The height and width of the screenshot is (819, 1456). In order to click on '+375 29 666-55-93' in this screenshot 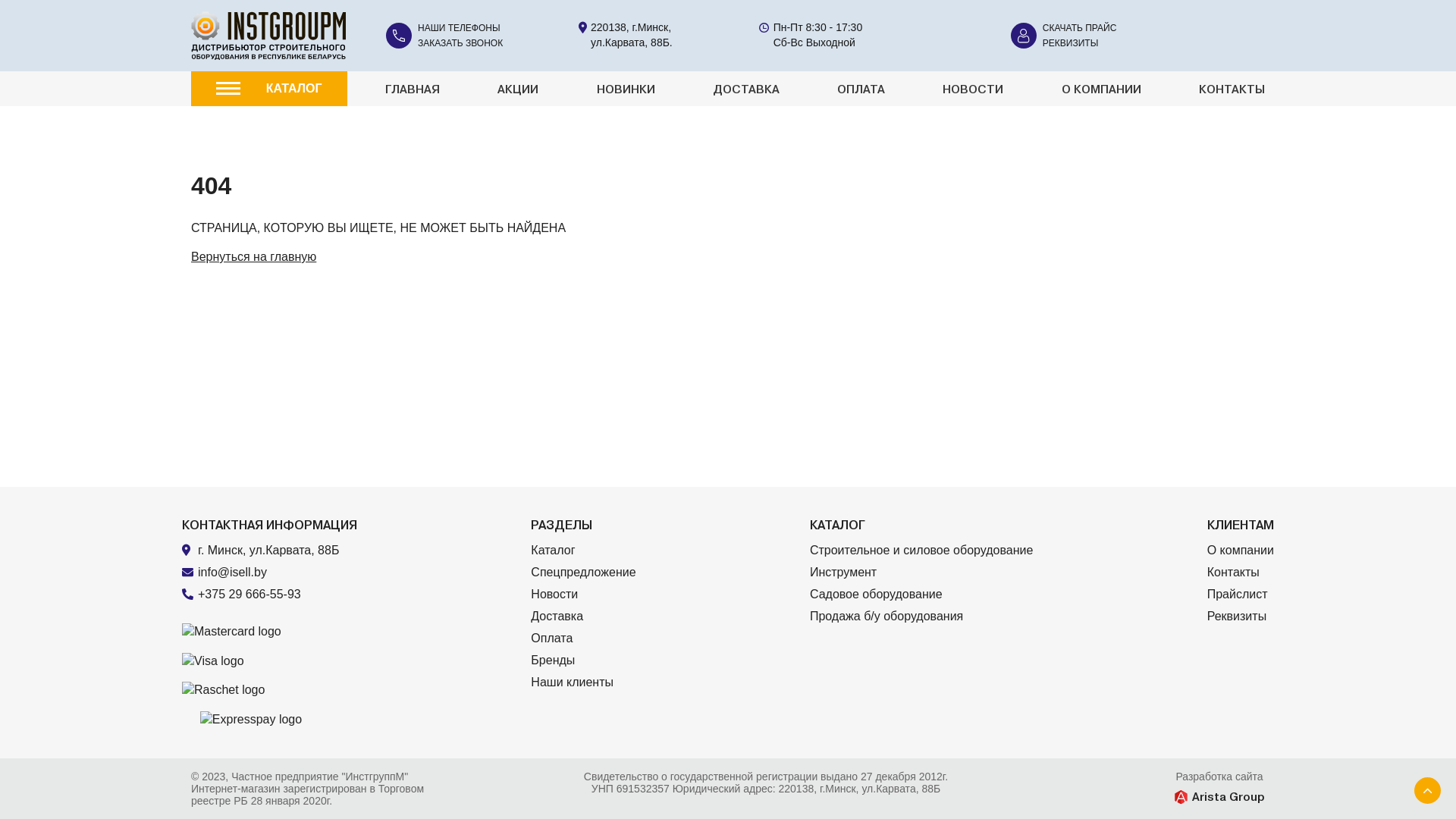, I will do `click(249, 593)`.